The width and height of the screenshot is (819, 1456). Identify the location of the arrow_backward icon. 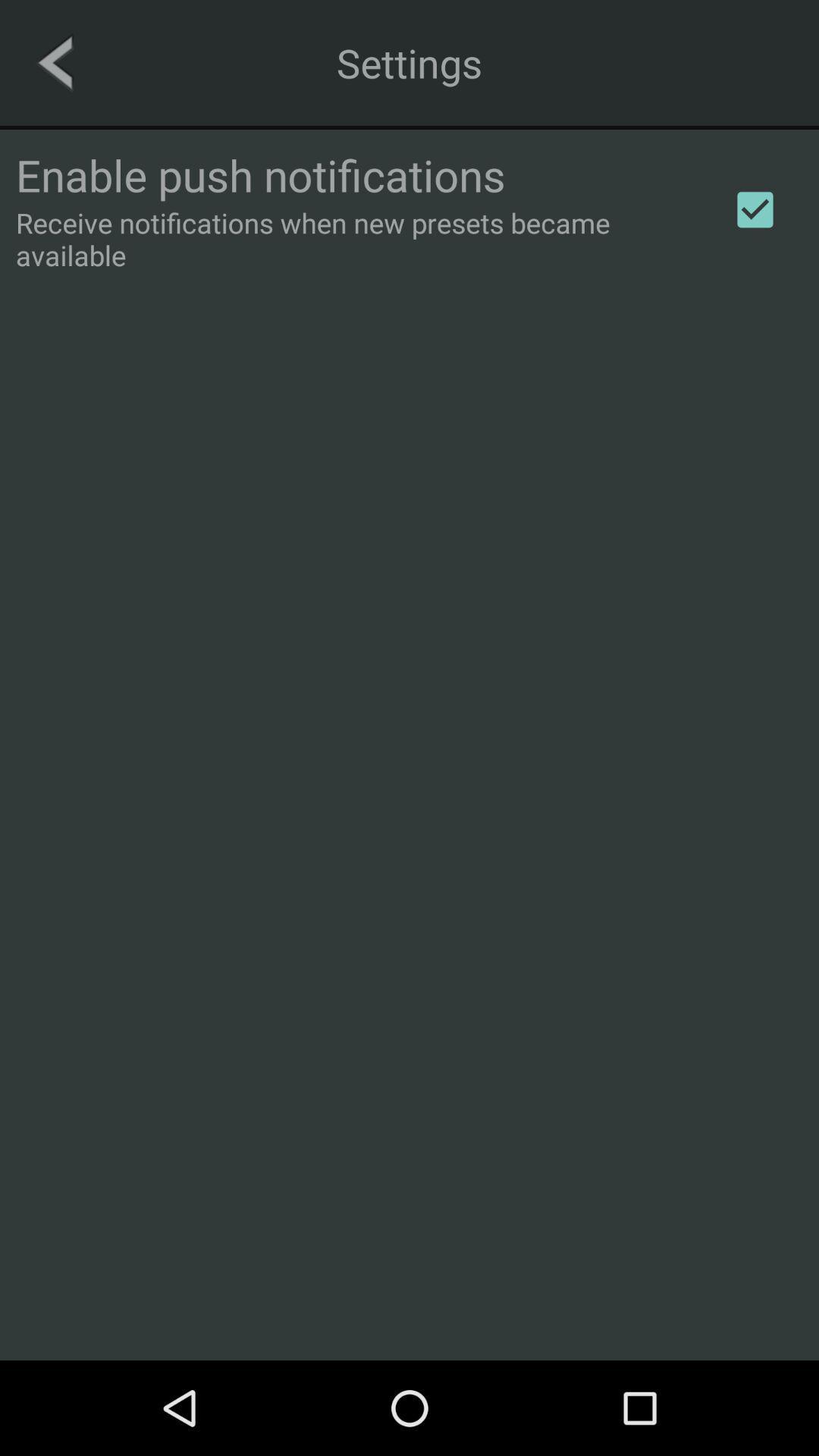
(54, 61).